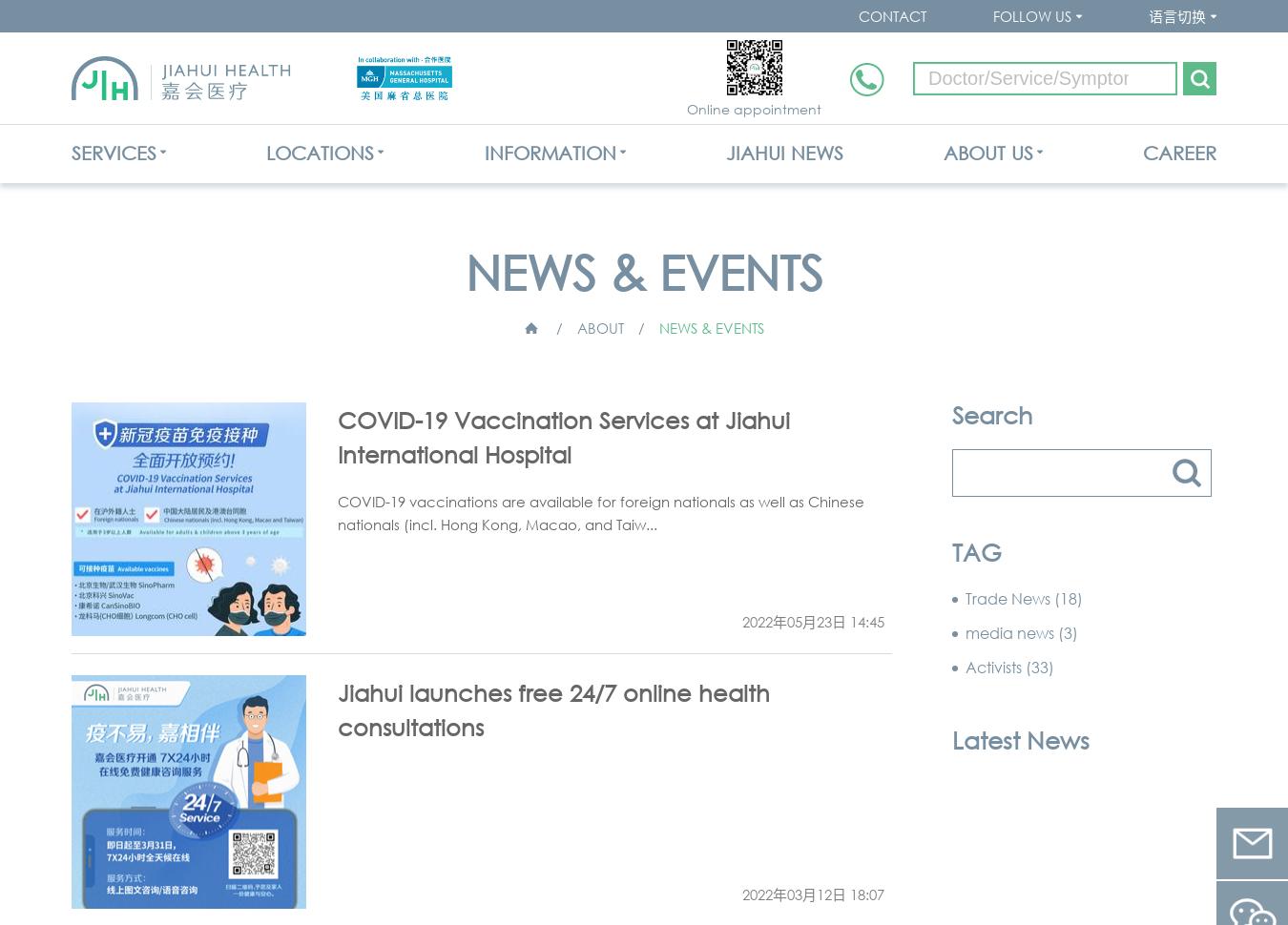 The height and width of the screenshot is (925, 1288). I want to click on 'JIAHUI NEWS', so click(784, 152).